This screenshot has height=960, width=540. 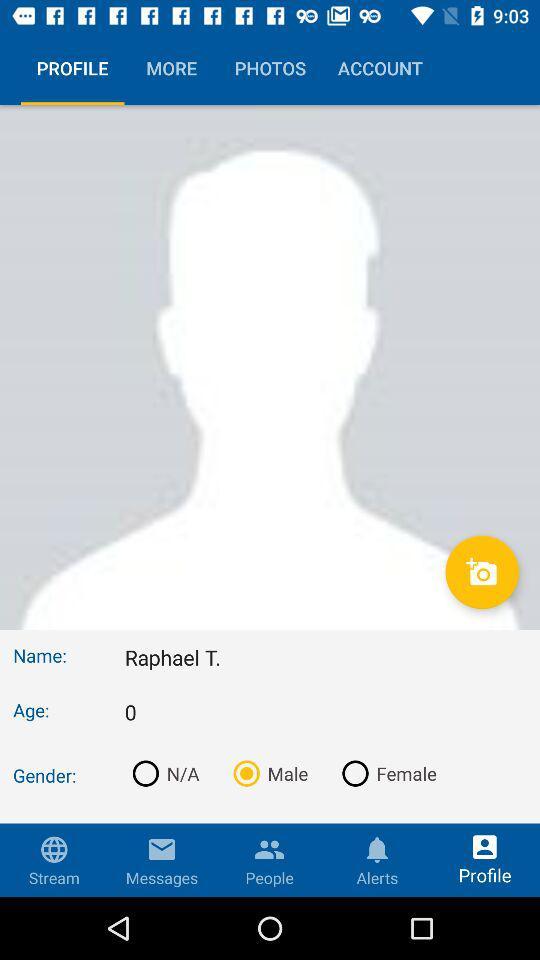 What do you see at coordinates (266, 772) in the screenshot?
I see `the item below the 0 item` at bounding box center [266, 772].